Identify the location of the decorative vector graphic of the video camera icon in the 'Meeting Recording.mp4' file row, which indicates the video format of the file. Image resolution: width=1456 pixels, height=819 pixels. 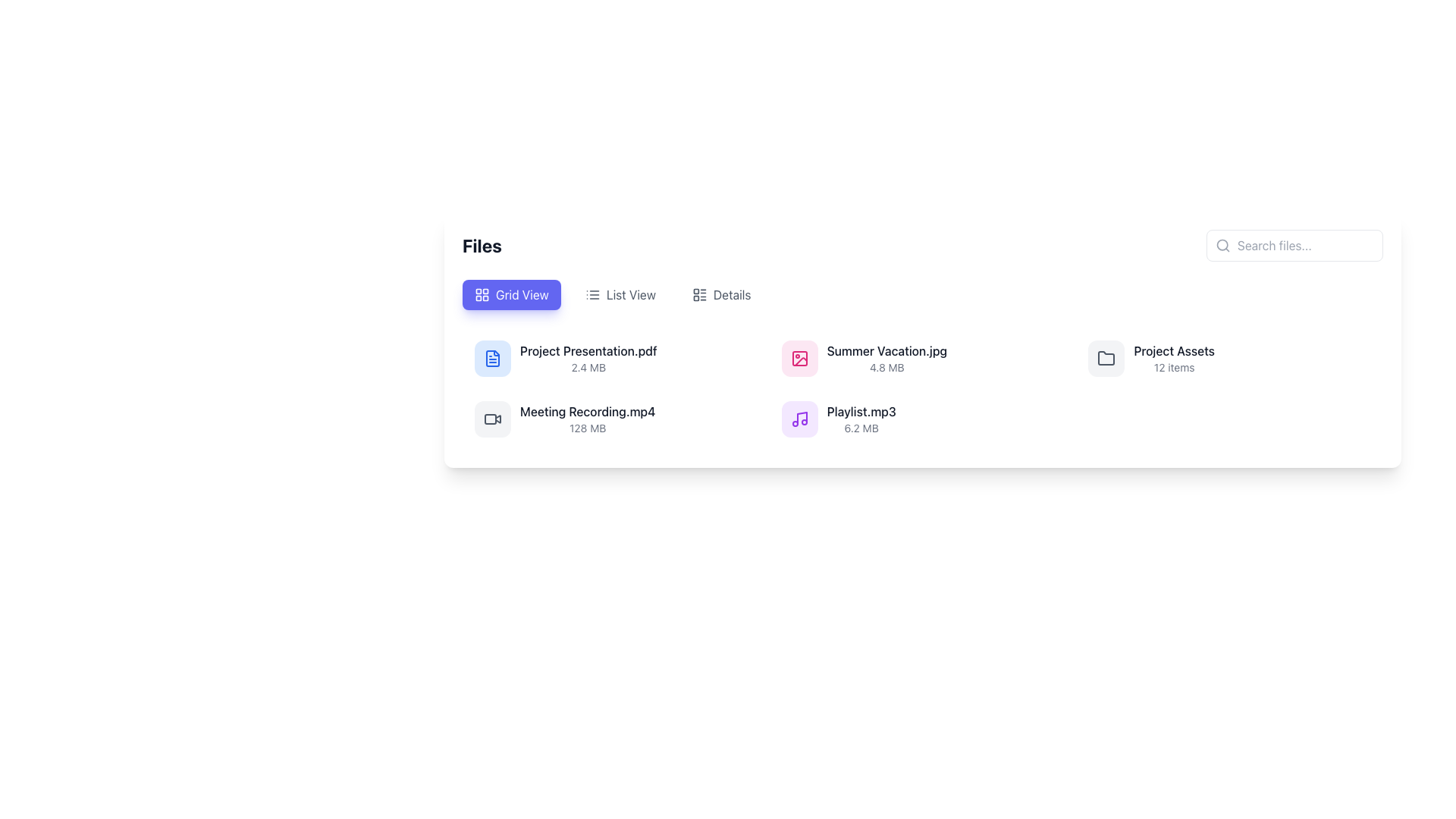
(498, 418).